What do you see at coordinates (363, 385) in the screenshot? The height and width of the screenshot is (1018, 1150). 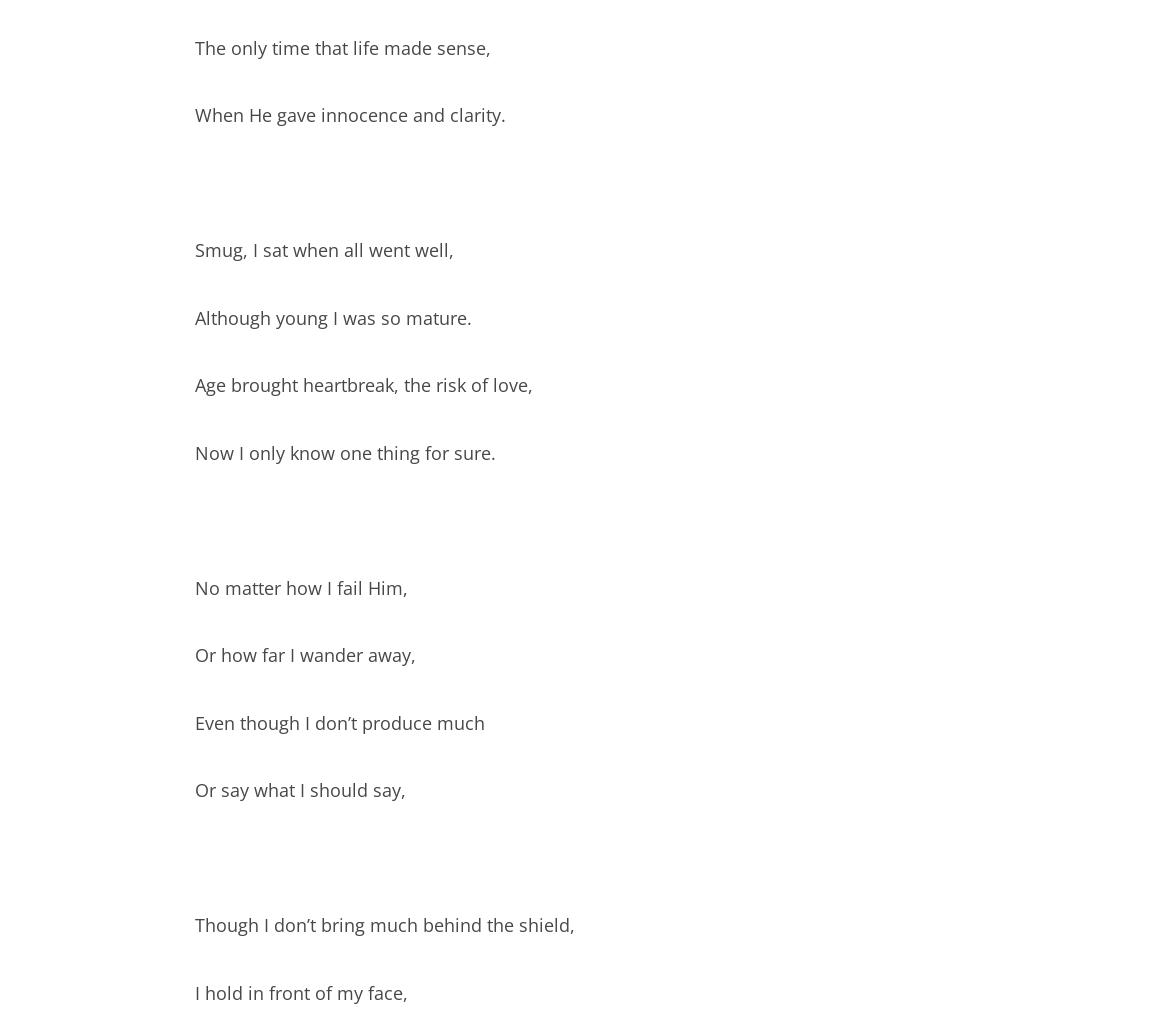 I see `'Age brought heartbreak, the risk of love,'` at bounding box center [363, 385].